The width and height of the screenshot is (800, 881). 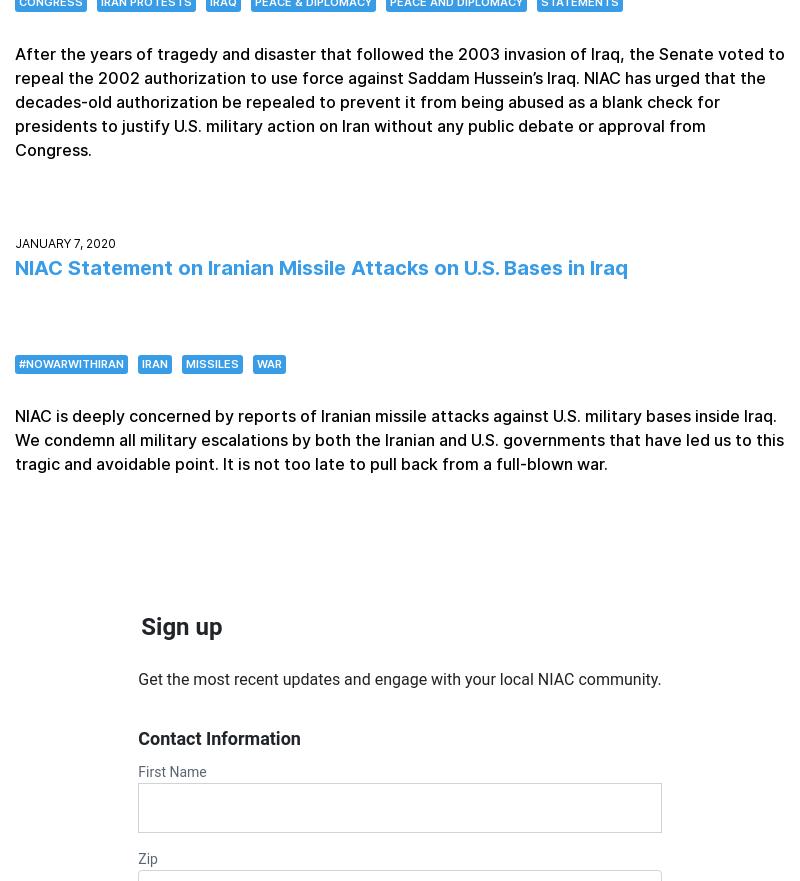 I want to click on 'After the years of tragedy and disaster that followed the 2003 invasion of Iraq, the Senate voted to repeal the 2002 authorization to use force against Saddam Hussein’s Iraq. NIAC has urged that the decades-old authorization be repealed to prevent it from being abused as a blank check for presidents to justify U.S. military action on Iran without any public debate or approval from Congress.', so click(x=14, y=99).